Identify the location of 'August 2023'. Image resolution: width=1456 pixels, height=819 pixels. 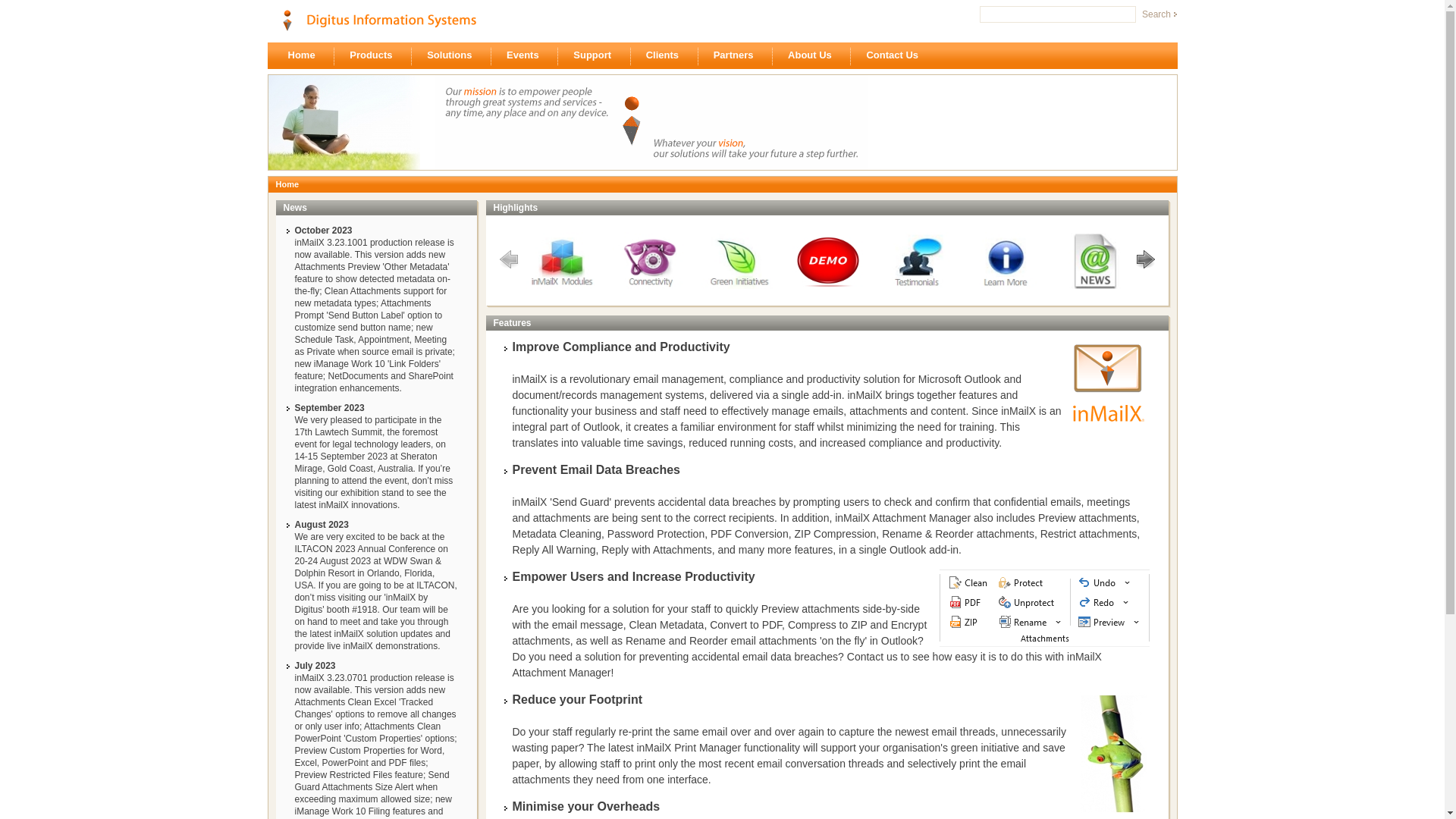
(320, 523).